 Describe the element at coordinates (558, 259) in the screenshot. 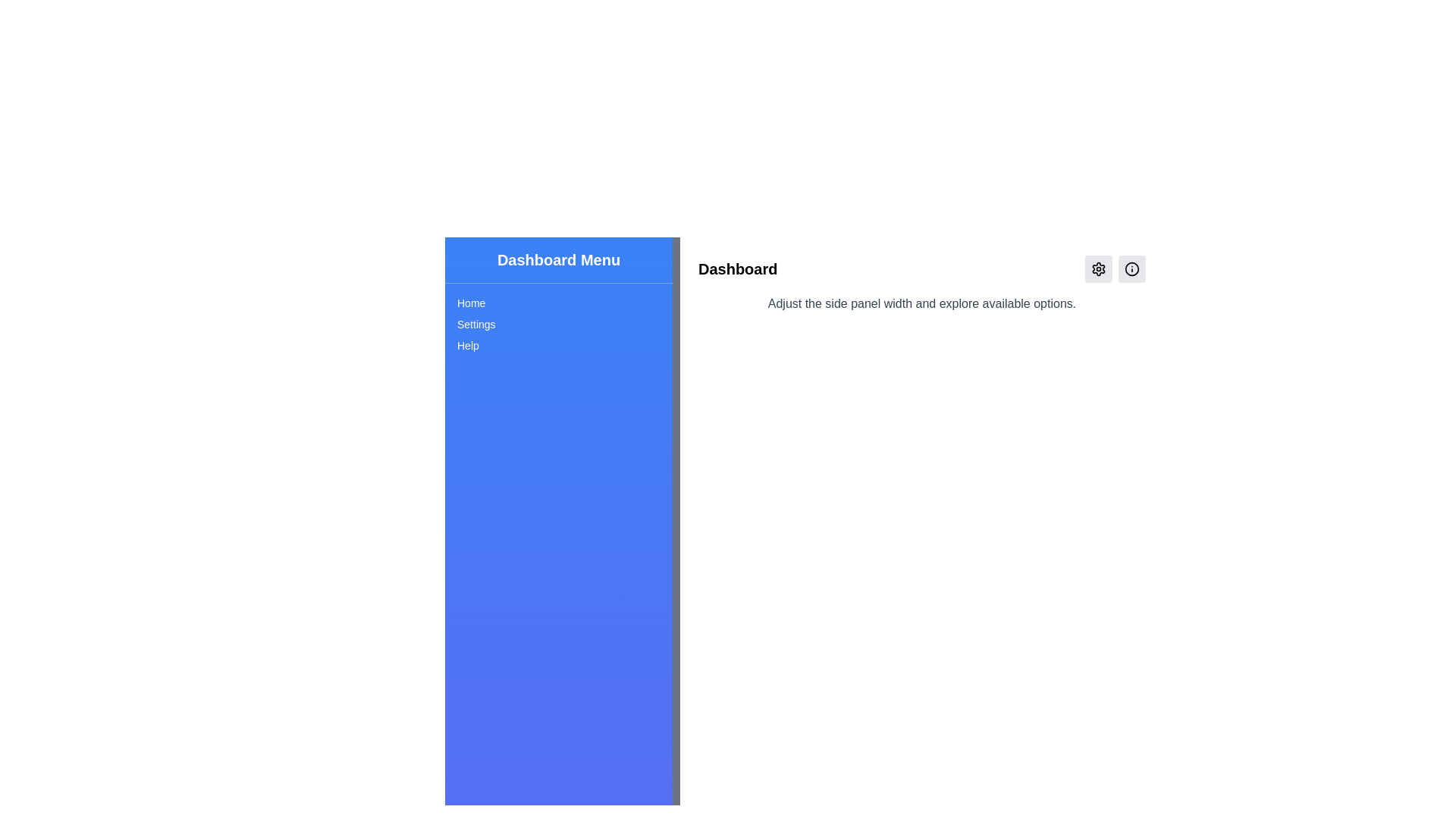

I see `the 'Dashboard Menu' header located at the top of the blue sidebar` at that location.